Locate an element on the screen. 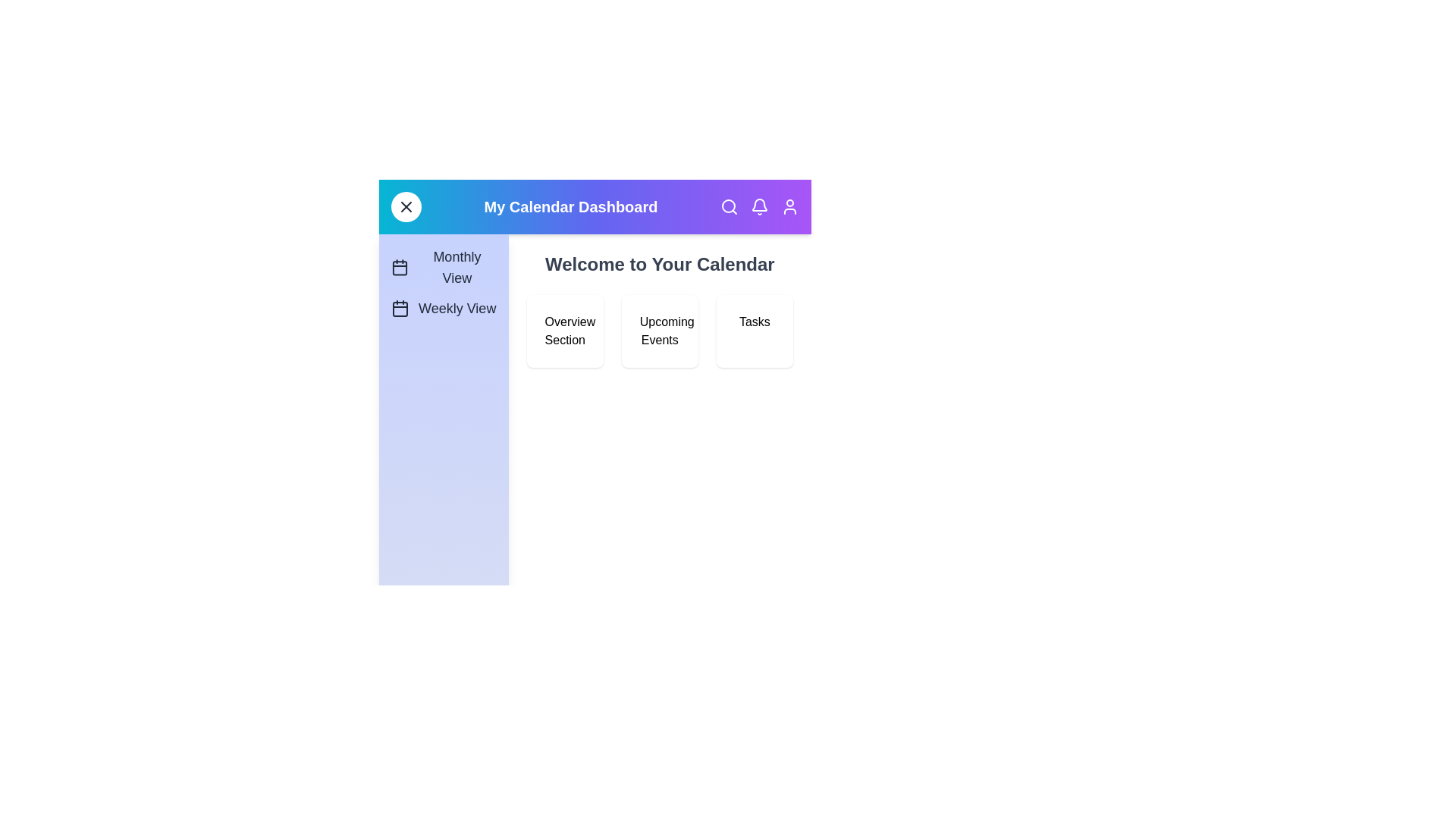 Image resolution: width=1456 pixels, height=819 pixels. the close or dismiss icon located in the top-left corner of the navigation bar, specifically to the left of 'My Calendar Dashboard', to trigger a tooltip or visual effect if available is located at coordinates (406, 207).